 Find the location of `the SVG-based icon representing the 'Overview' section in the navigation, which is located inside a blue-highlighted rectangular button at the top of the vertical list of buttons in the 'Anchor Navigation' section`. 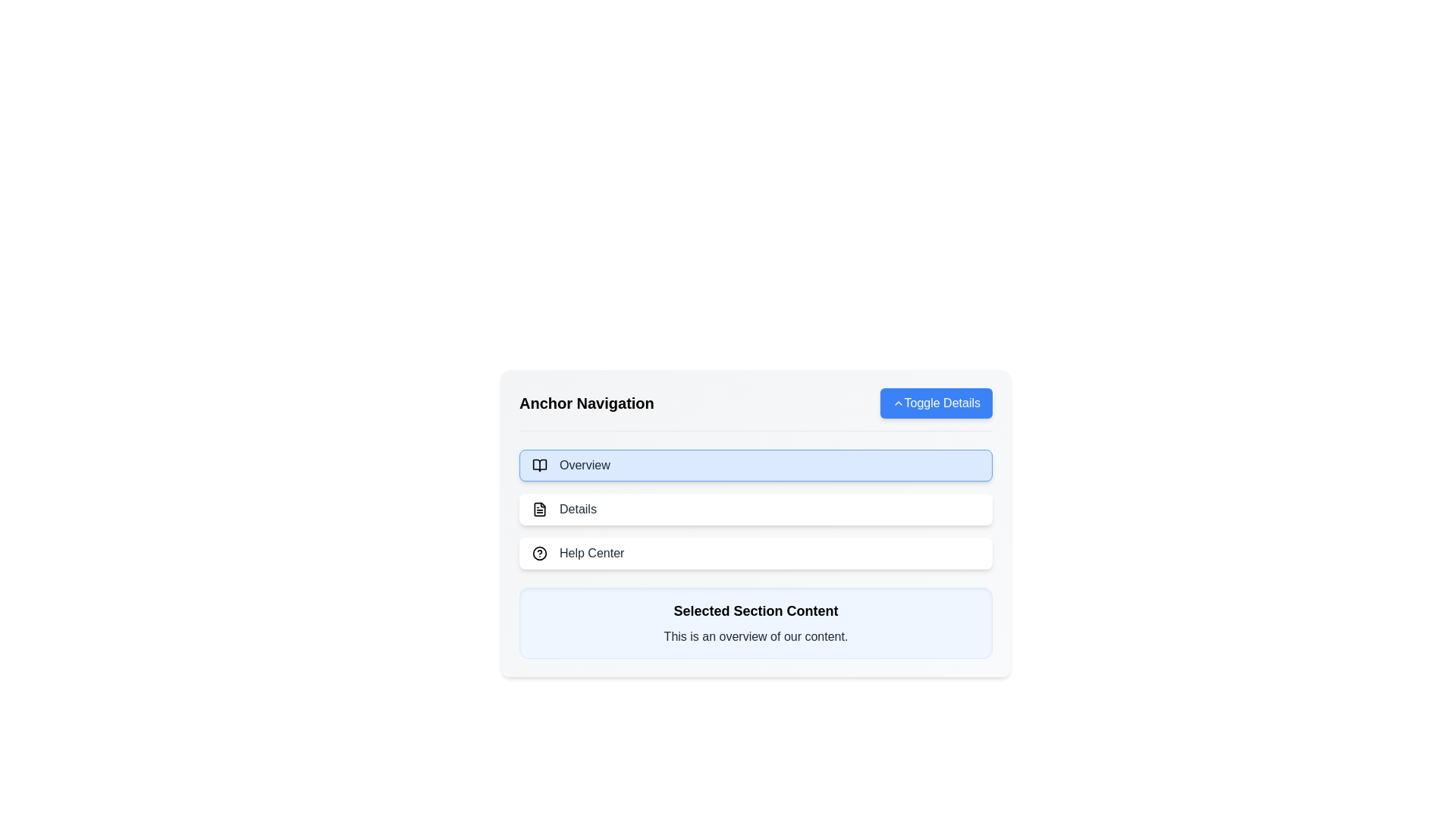

the SVG-based icon representing the 'Overview' section in the navigation, which is located inside a blue-highlighted rectangular button at the top of the vertical list of buttons in the 'Anchor Navigation' section is located at coordinates (539, 464).